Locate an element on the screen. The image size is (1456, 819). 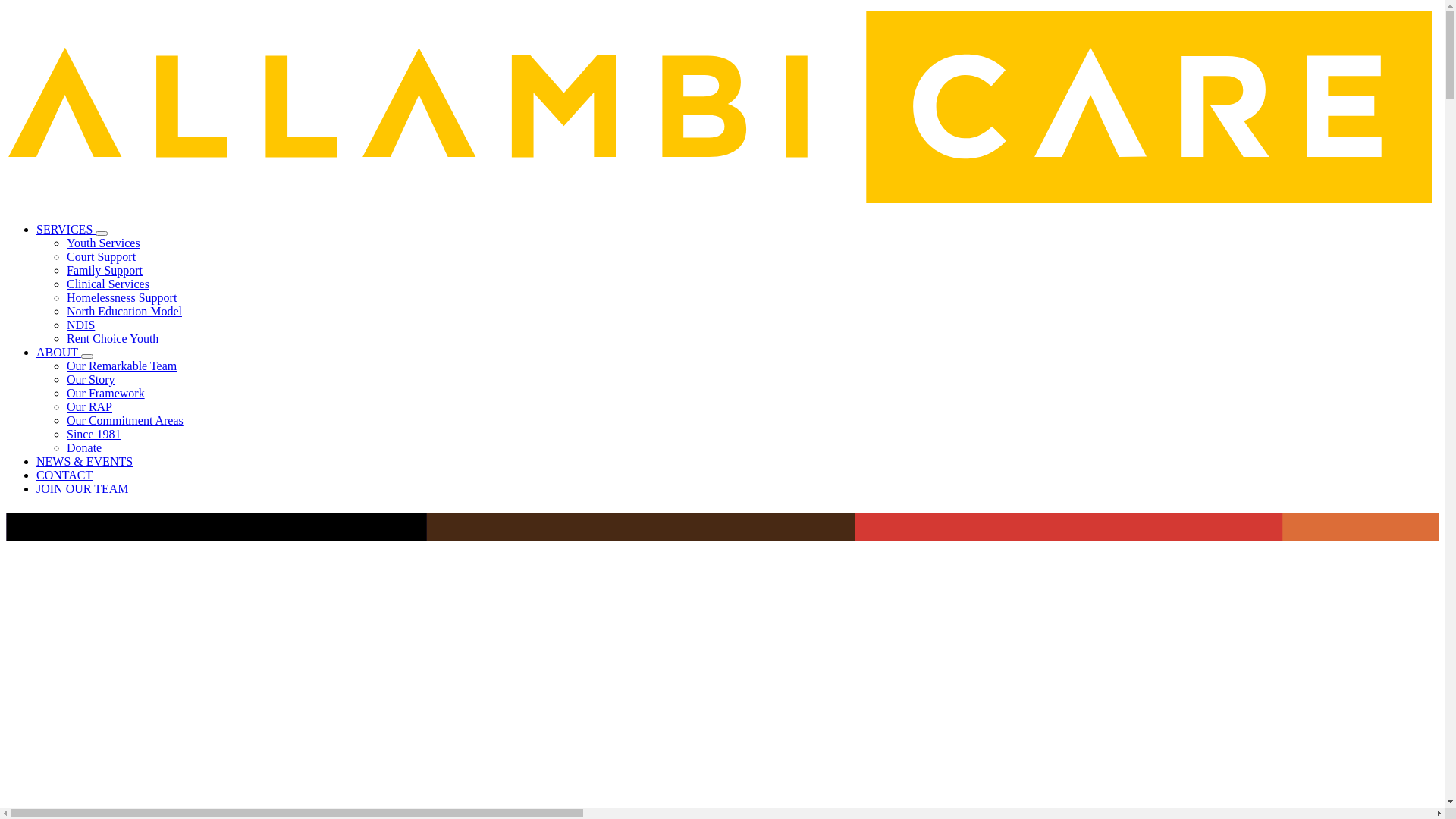
'Our Framework' is located at coordinates (105, 392).